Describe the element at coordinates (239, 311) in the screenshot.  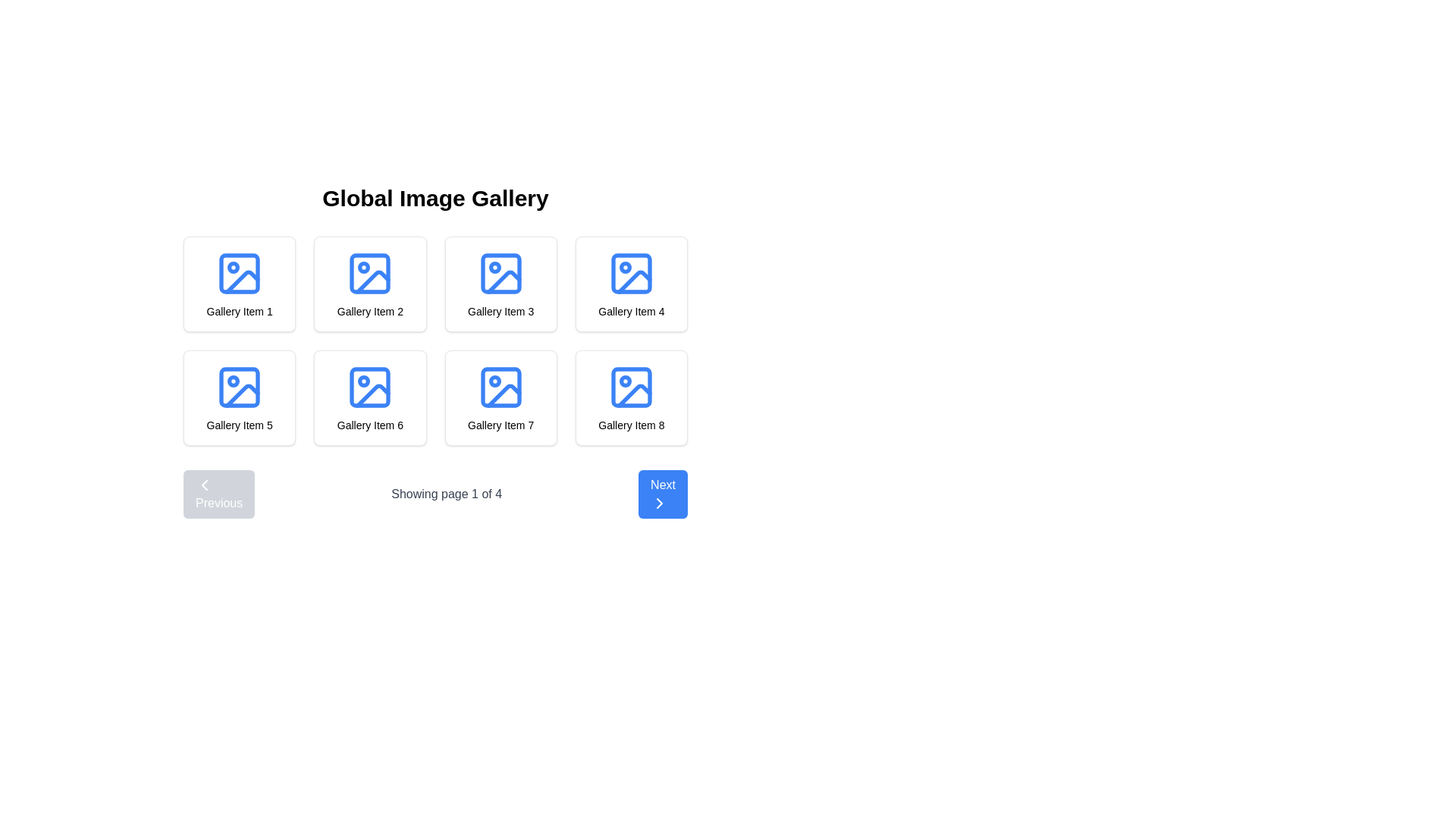
I see `text content of the label that serves as the title or description for the associated gallery image icon, positioned at the bottom of the first item in the gallery grid` at that location.